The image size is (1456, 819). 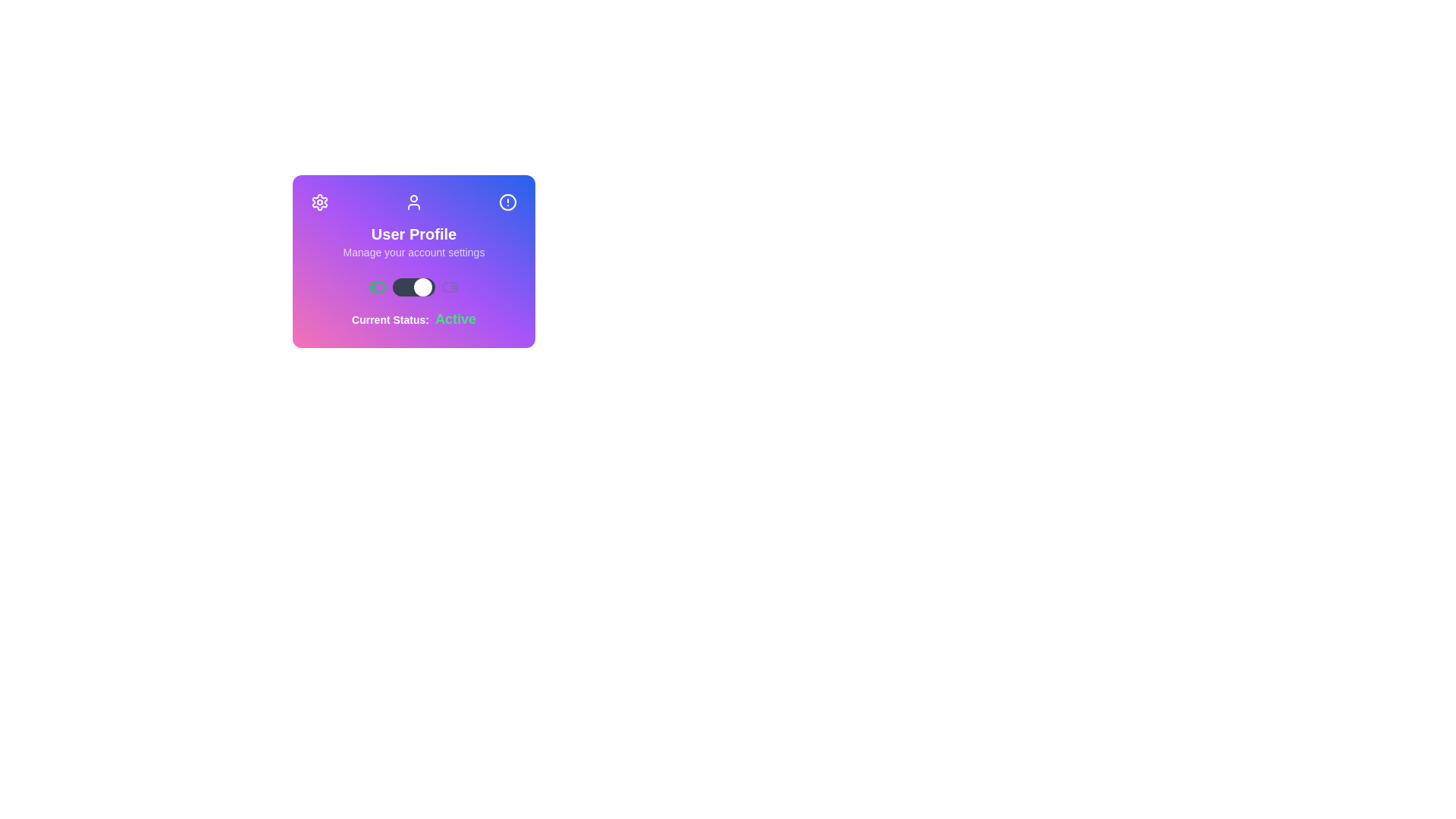 What do you see at coordinates (414, 201) in the screenshot?
I see `the user icon, which is a circular head and semicircular body outline in white, set against a purple background, positioned in the center of a row between a gear icon and an alert sign icon` at bounding box center [414, 201].